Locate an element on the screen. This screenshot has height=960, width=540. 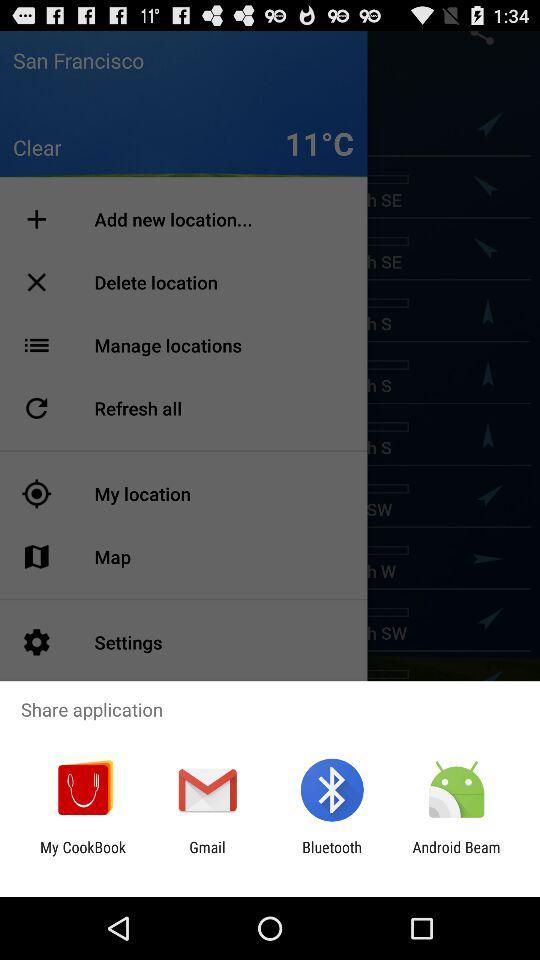
app next to android beam app is located at coordinates (332, 855).